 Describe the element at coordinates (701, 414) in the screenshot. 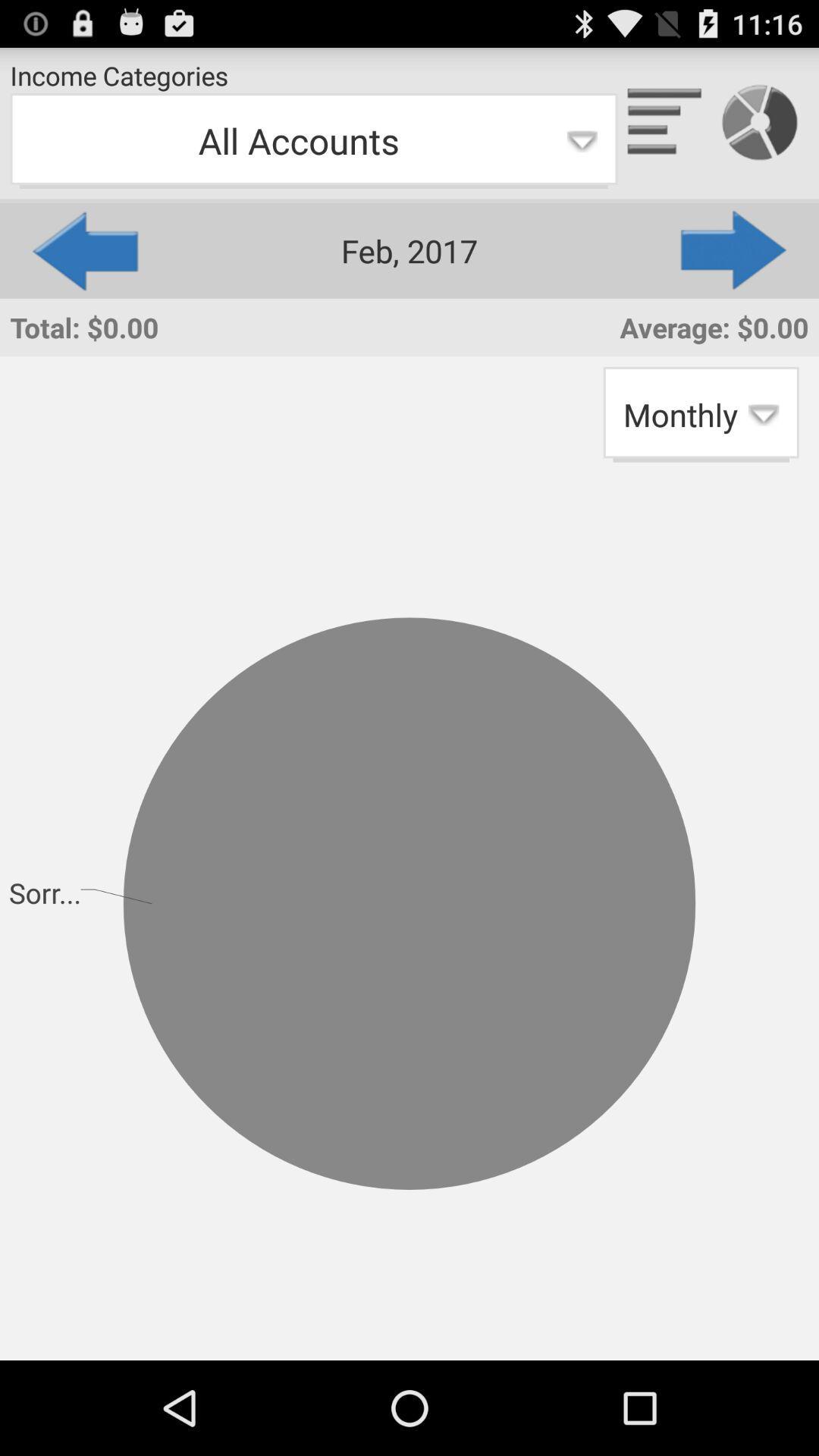

I see `the monthly icon` at that location.